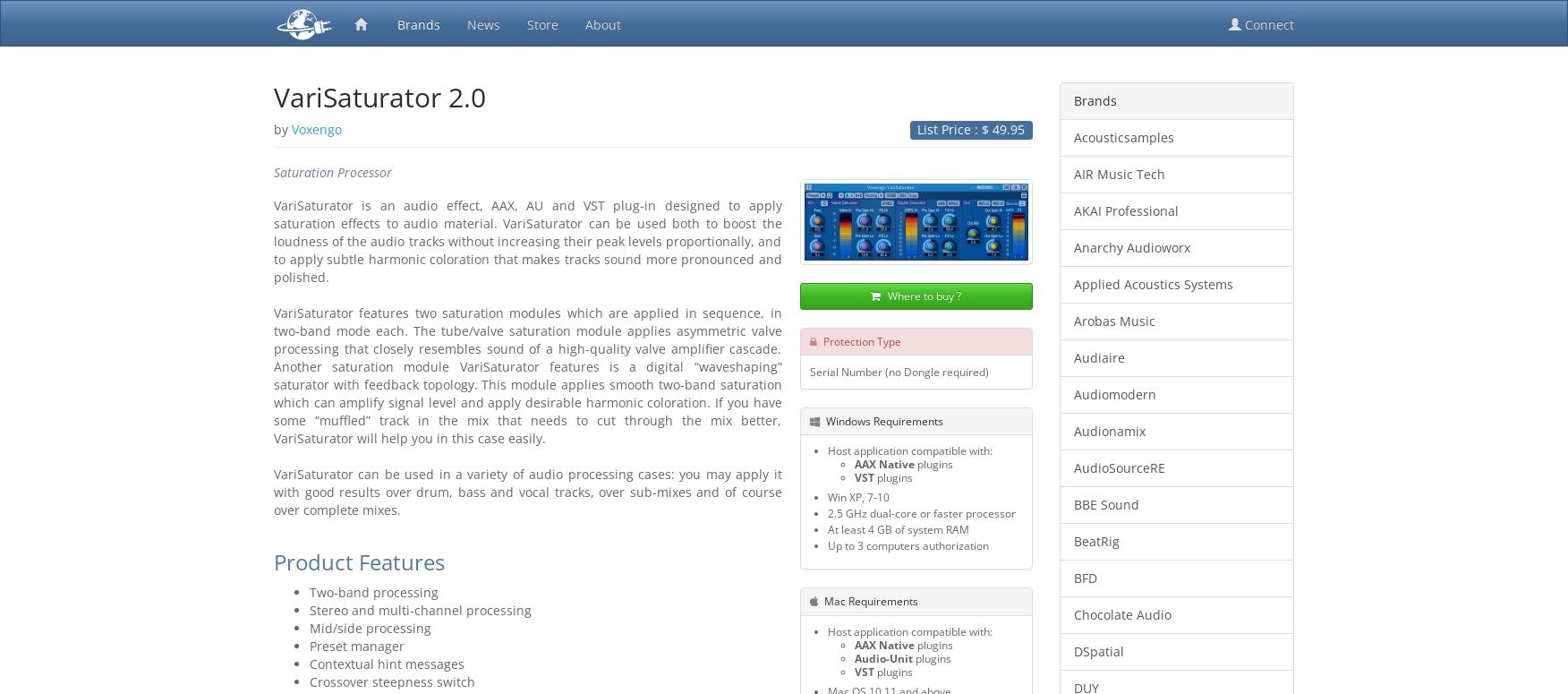 The width and height of the screenshot is (1568, 694). Describe the element at coordinates (310, 645) in the screenshot. I see `'Preset manager'` at that location.